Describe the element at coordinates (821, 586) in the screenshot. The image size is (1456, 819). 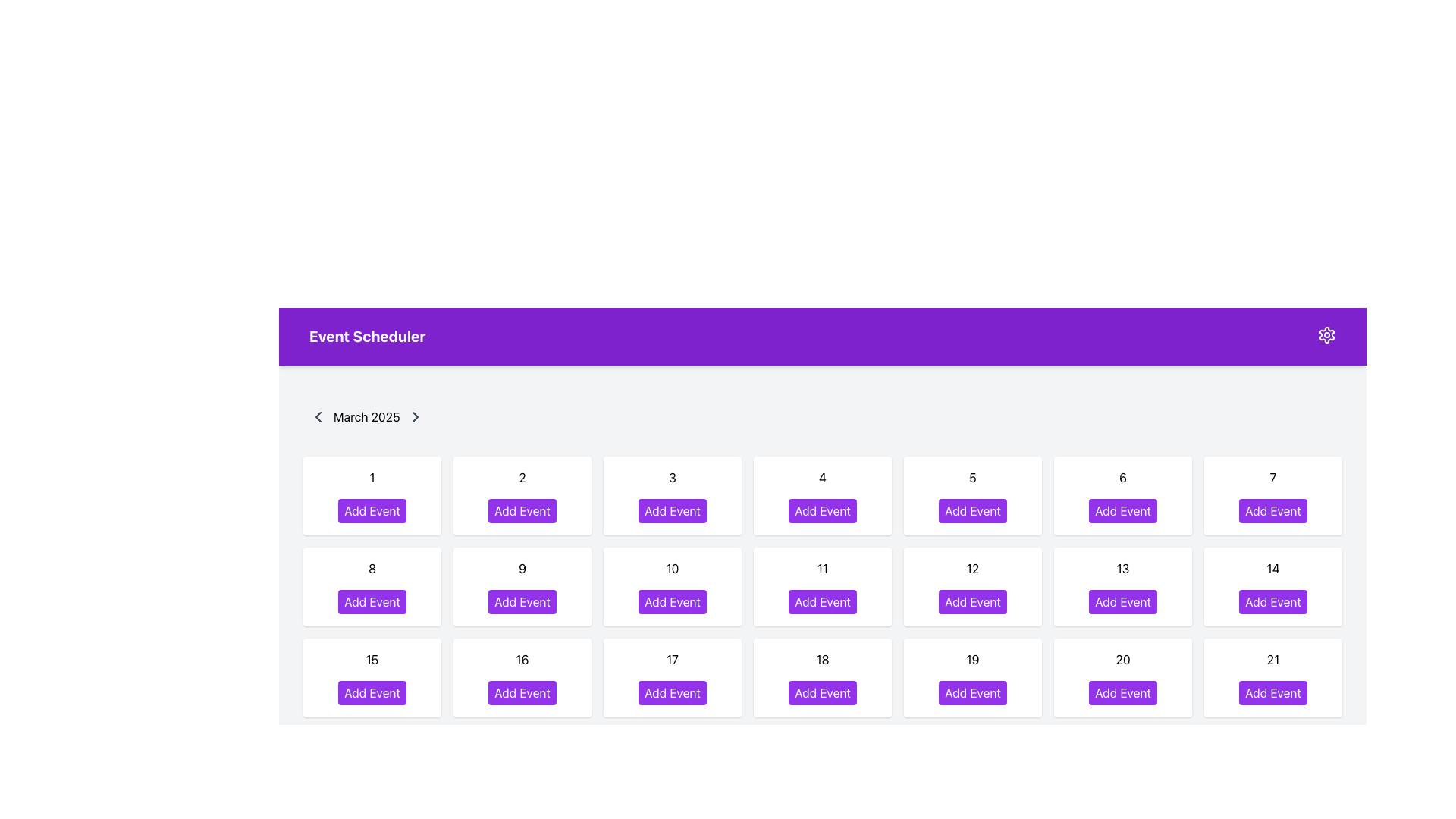
I see `the interactive card element containing the 'Add Event' button` at that location.